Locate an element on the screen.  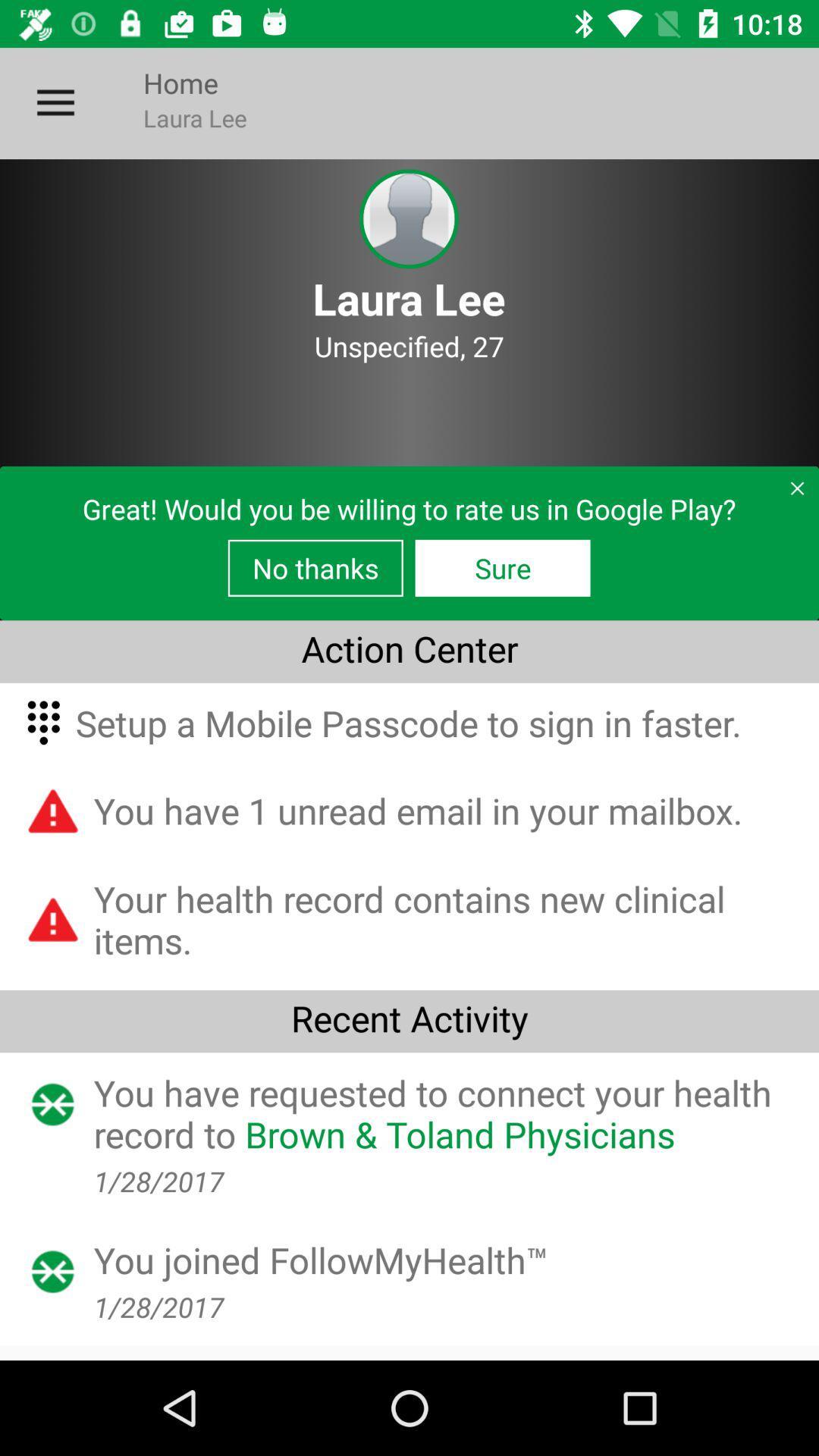
the close icon is located at coordinates (790, 494).